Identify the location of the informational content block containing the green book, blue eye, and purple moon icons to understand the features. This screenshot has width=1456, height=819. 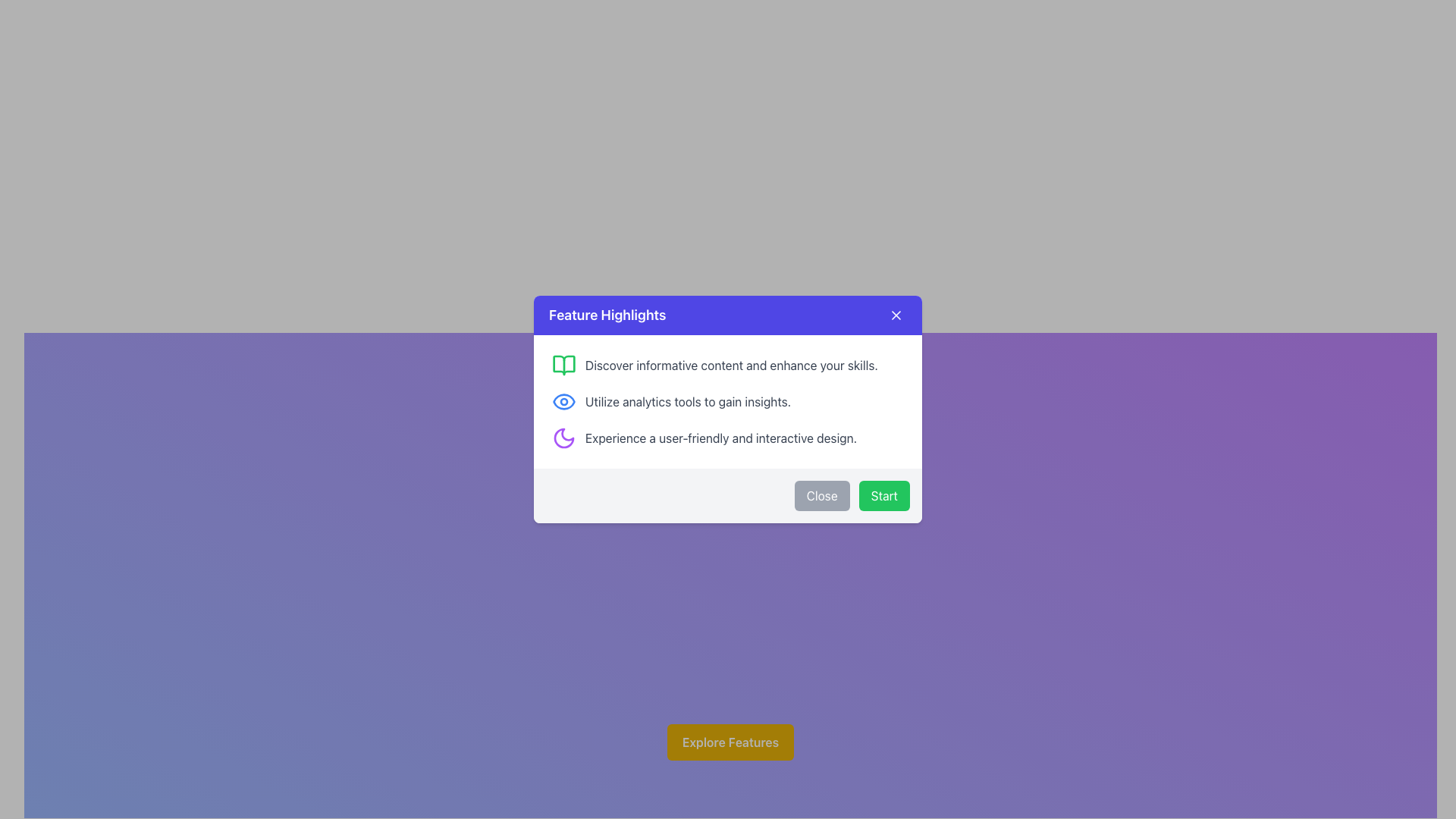
(728, 400).